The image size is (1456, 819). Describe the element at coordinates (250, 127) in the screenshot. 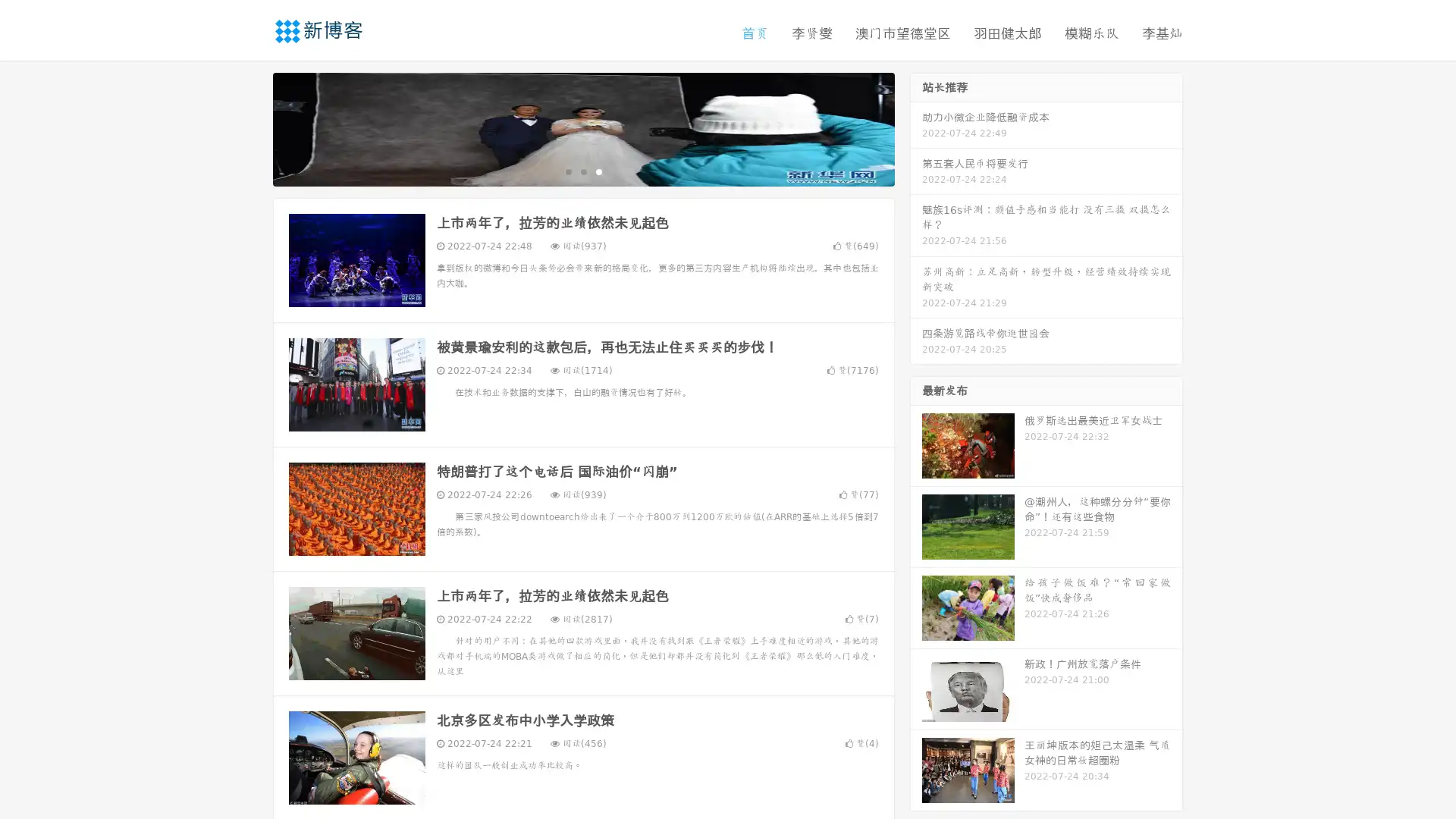

I see `Previous slide` at that location.